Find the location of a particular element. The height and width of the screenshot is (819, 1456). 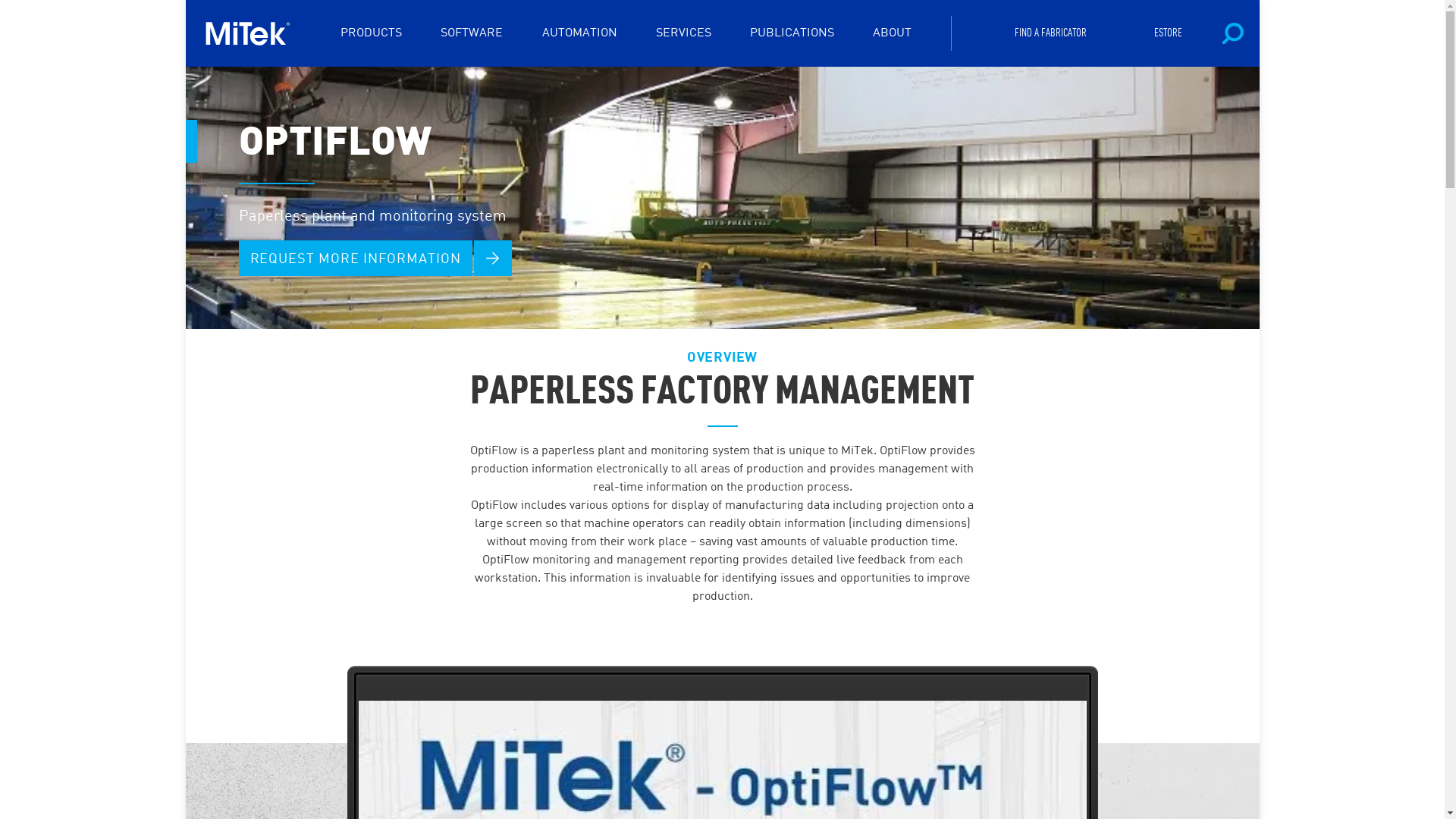

'SOFTWARE' is located at coordinates (471, 33).